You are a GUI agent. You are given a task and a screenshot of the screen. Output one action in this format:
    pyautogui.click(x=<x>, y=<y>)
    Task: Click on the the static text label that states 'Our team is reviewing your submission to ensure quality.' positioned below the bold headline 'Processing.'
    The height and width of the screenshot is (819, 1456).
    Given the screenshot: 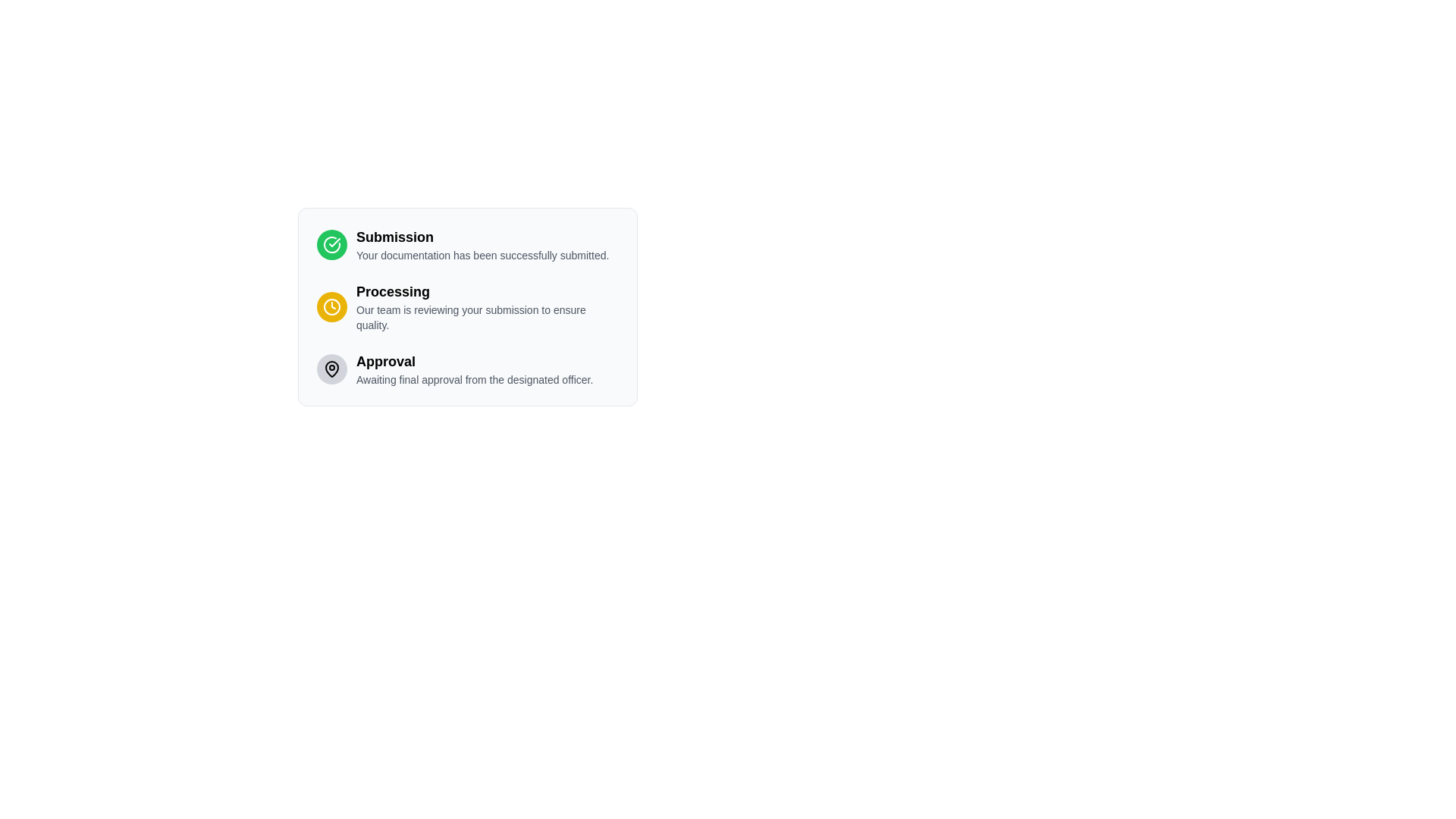 What is the action you would take?
    pyautogui.click(x=488, y=317)
    